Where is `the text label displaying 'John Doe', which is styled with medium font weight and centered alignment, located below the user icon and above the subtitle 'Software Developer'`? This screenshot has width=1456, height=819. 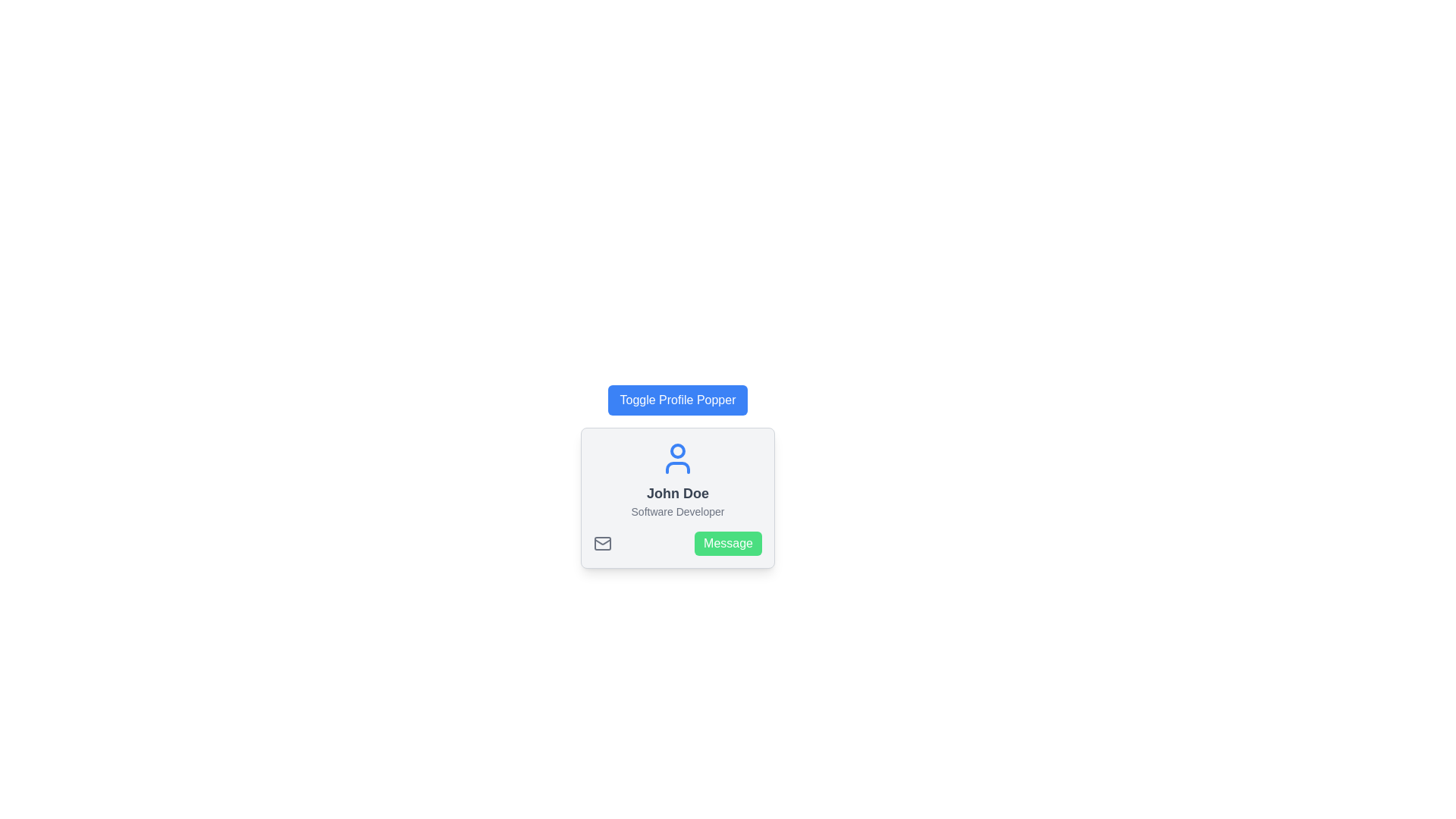
the text label displaying 'John Doe', which is styled with medium font weight and centered alignment, located below the user icon and above the subtitle 'Software Developer' is located at coordinates (676, 494).